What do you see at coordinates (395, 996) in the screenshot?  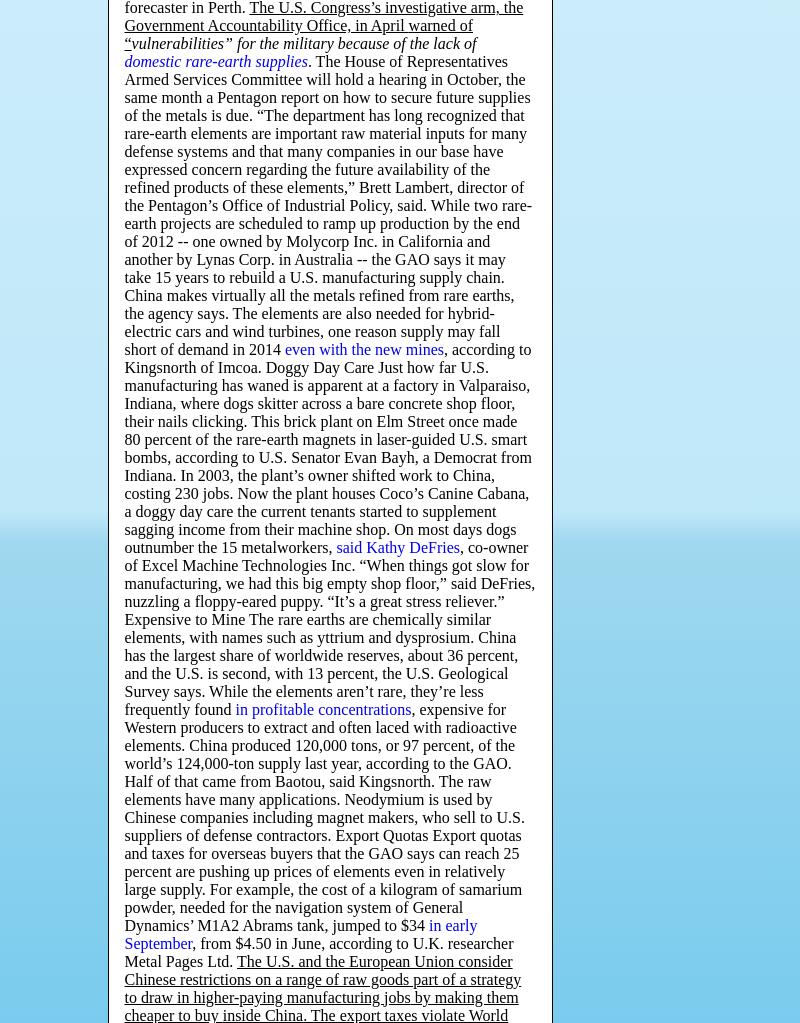 I see `'jobs'` at bounding box center [395, 996].